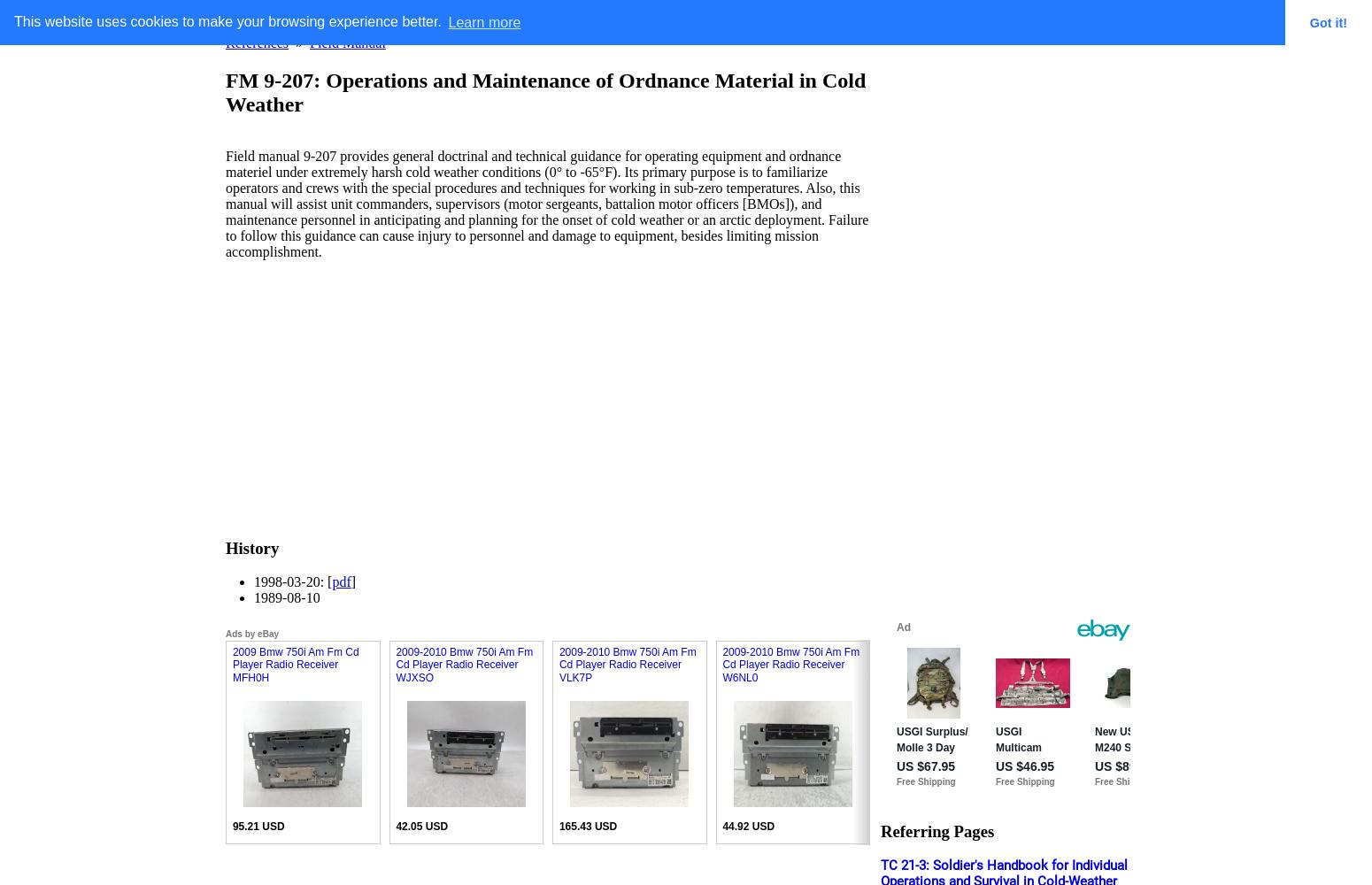  What do you see at coordinates (685, 18) in the screenshot?
I see `'CIE Hub'` at bounding box center [685, 18].